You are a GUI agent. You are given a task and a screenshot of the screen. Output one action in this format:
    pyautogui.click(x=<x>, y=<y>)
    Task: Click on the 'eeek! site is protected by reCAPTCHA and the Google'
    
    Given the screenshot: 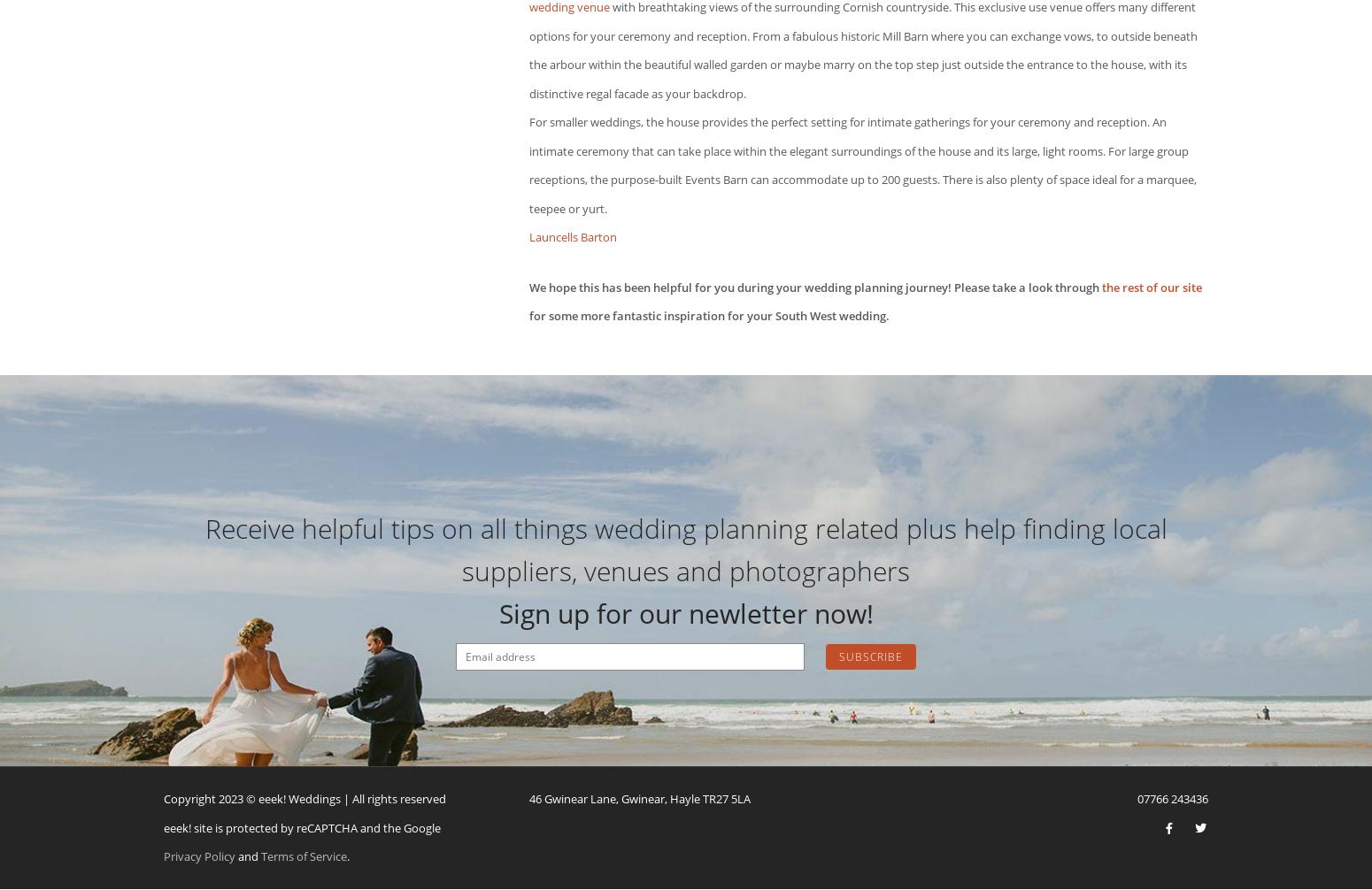 What is the action you would take?
    pyautogui.click(x=163, y=825)
    